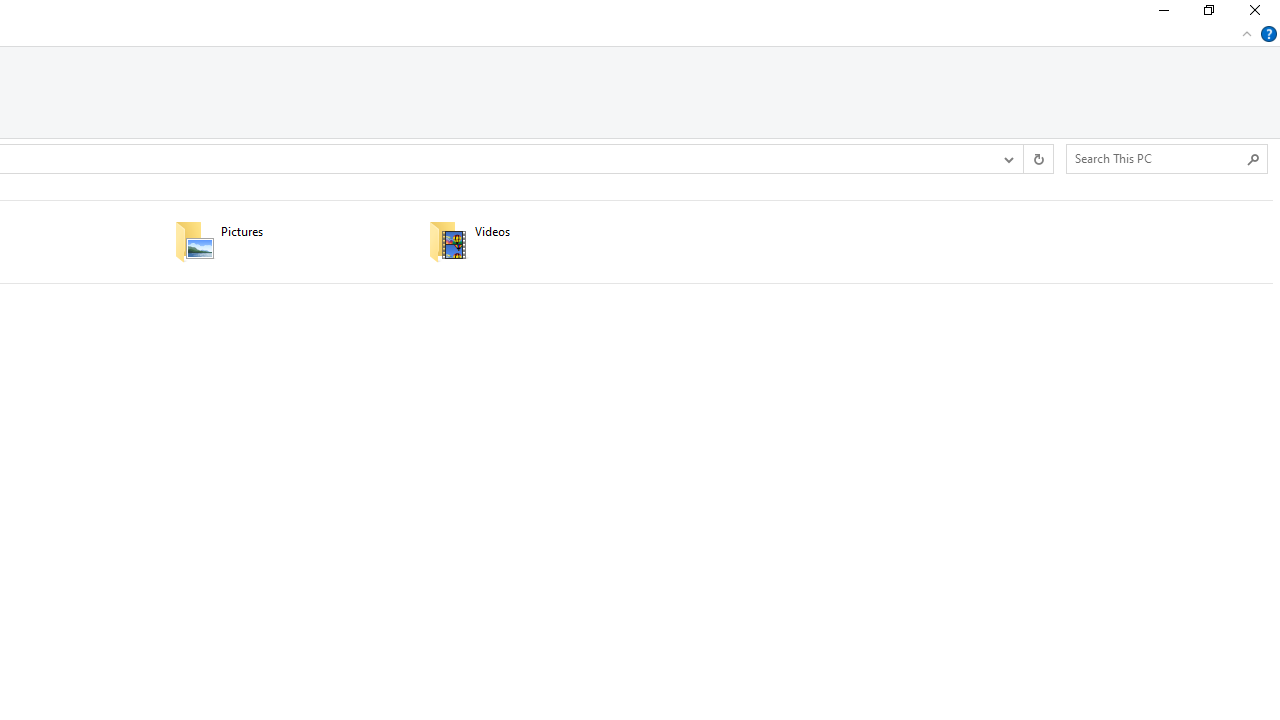 This screenshot has width=1280, height=720. What do you see at coordinates (1023, 158) in the screenshot?
I see `'Address band toolbar'` at bounding box center [1023, 158].